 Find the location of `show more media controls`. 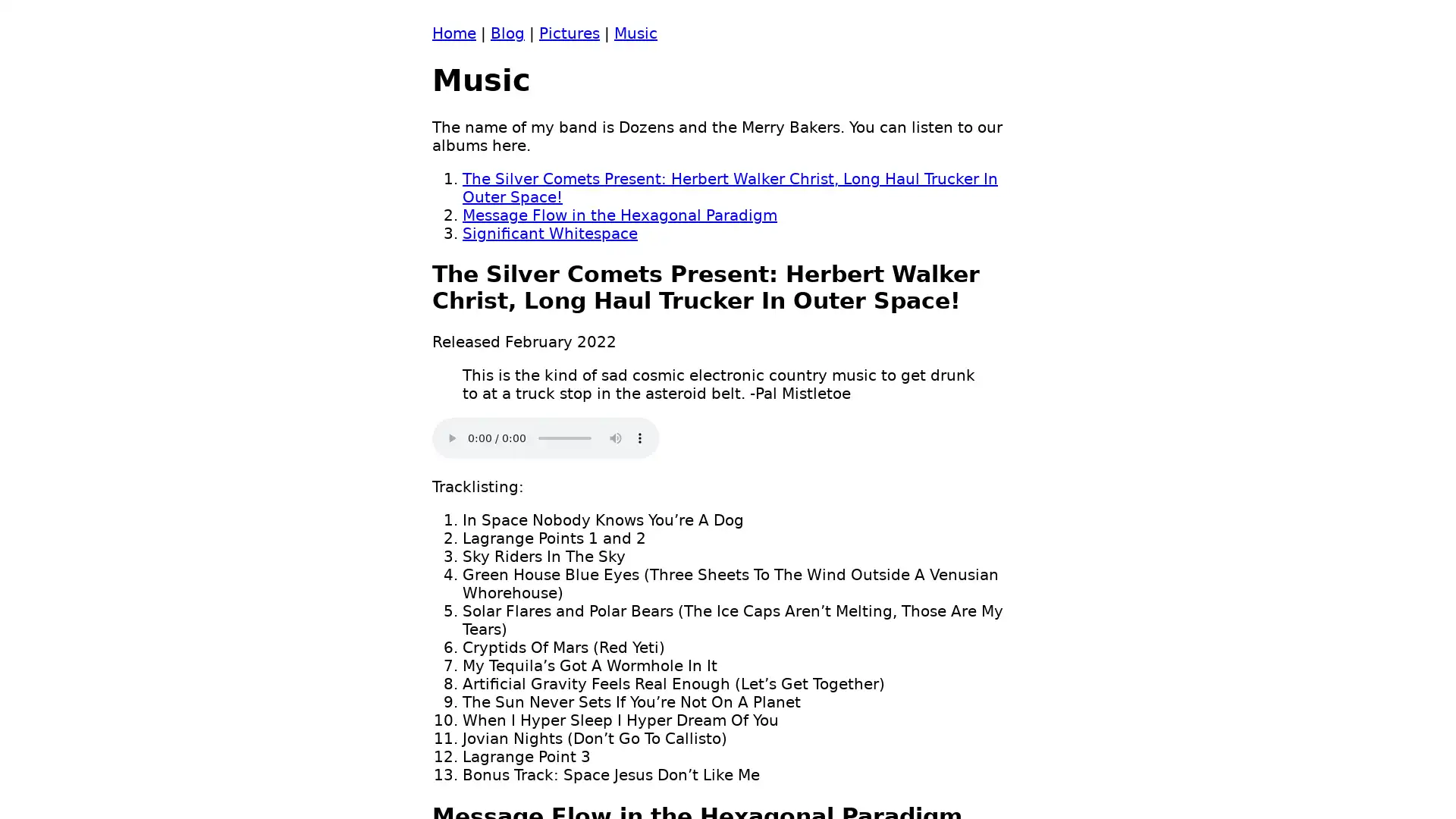

show more media controls is located at coordinates (640, 438).